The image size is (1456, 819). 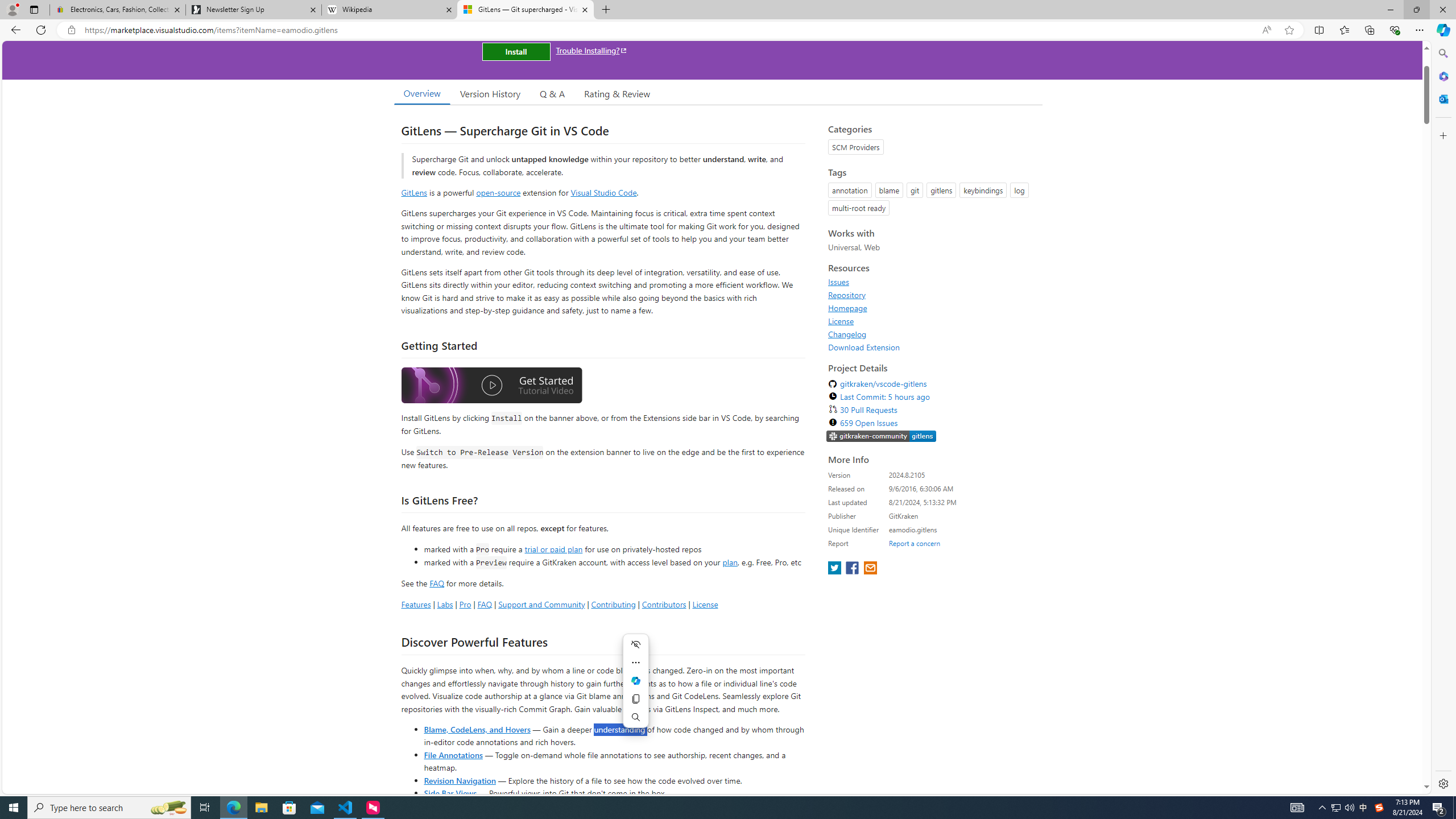 I want to click on 'Visual Studio Code', so click(x=603, y=192).